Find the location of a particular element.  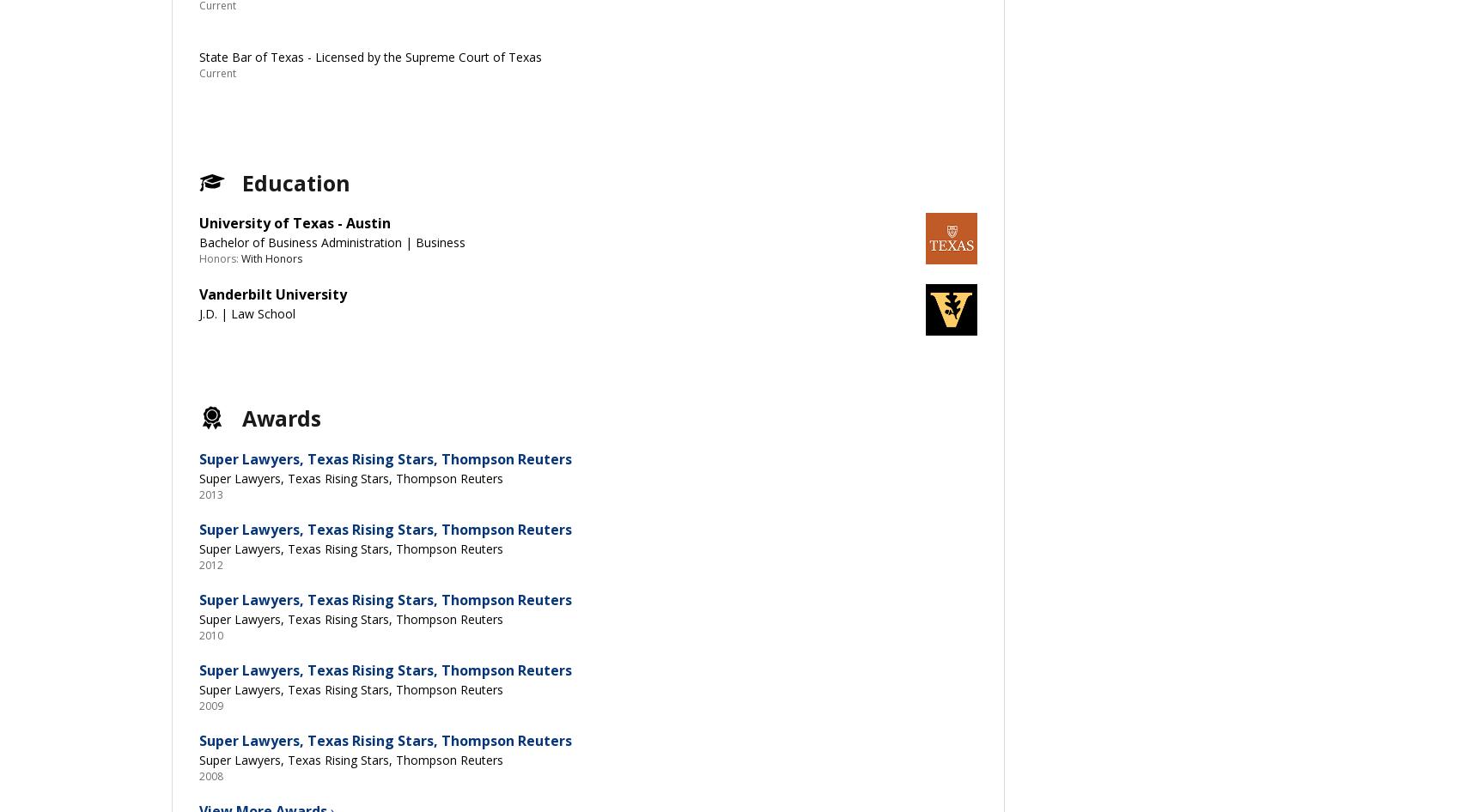

'2012' is located at coordinates (210, 564).